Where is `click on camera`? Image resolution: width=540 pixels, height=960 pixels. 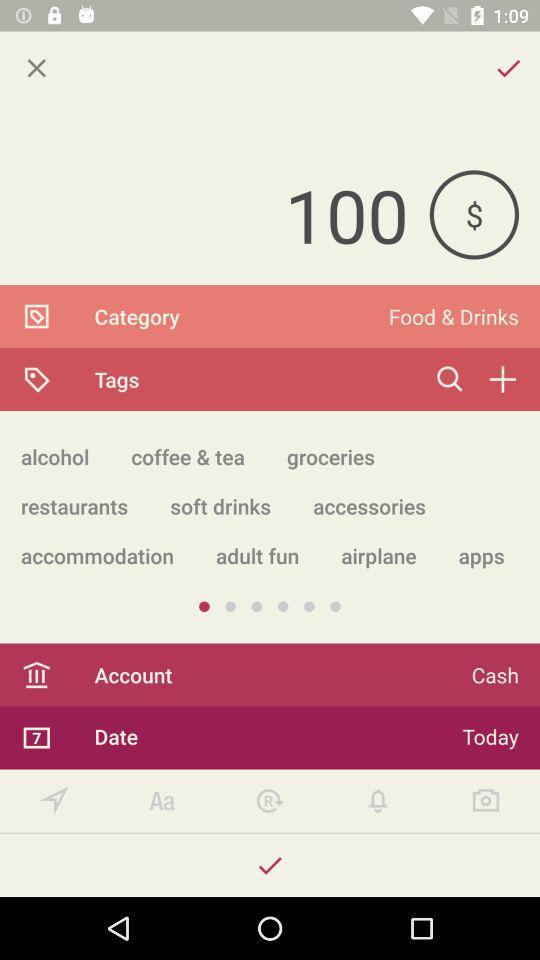
click on camera is located at coordinates (485, 801).